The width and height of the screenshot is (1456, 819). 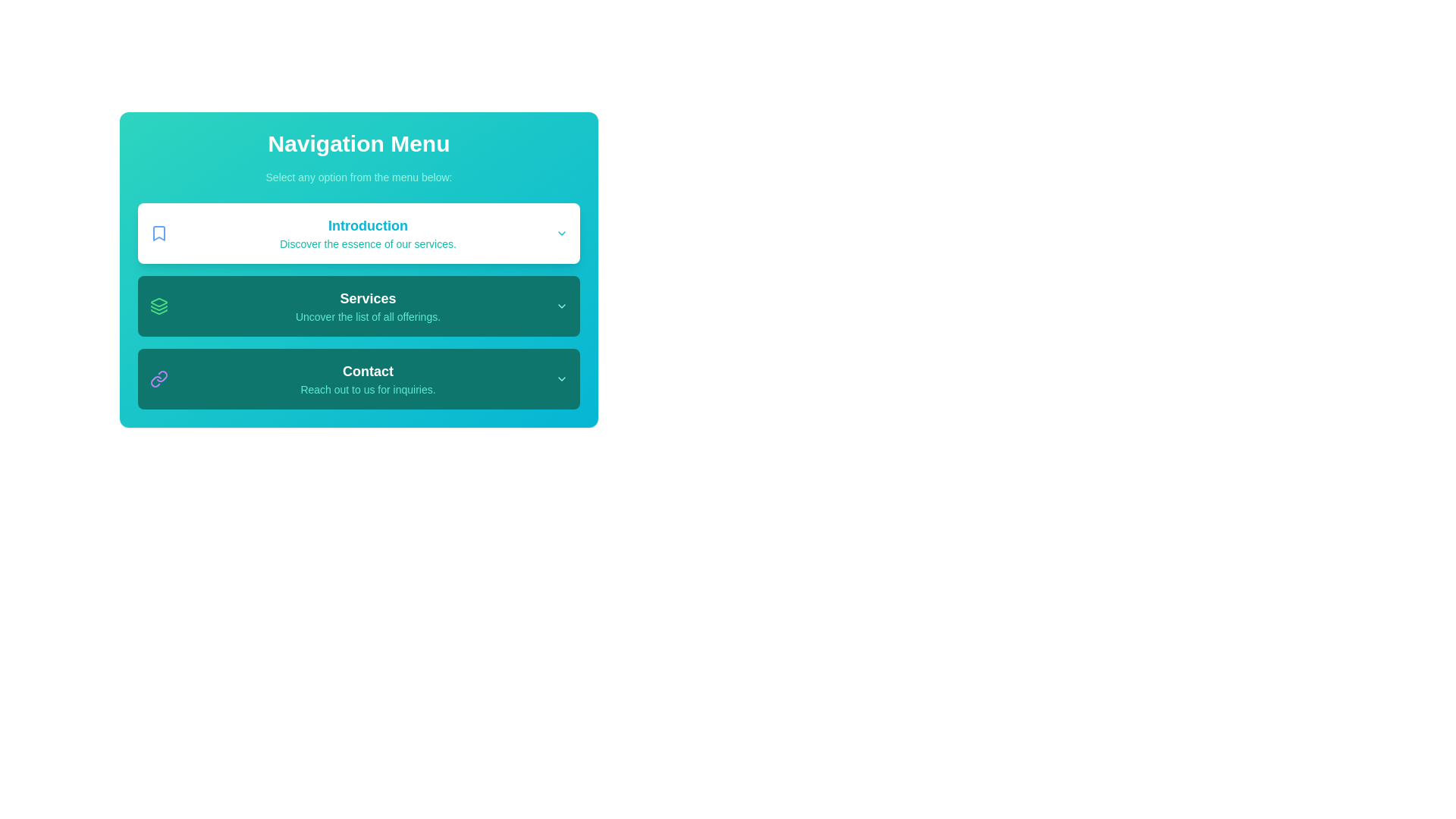 What do you see at coordinates (358, 378) in the screenshot?
I see `the header 'Contact' in the interactive navigation option with a teal background` at bounding box center [358, 378].